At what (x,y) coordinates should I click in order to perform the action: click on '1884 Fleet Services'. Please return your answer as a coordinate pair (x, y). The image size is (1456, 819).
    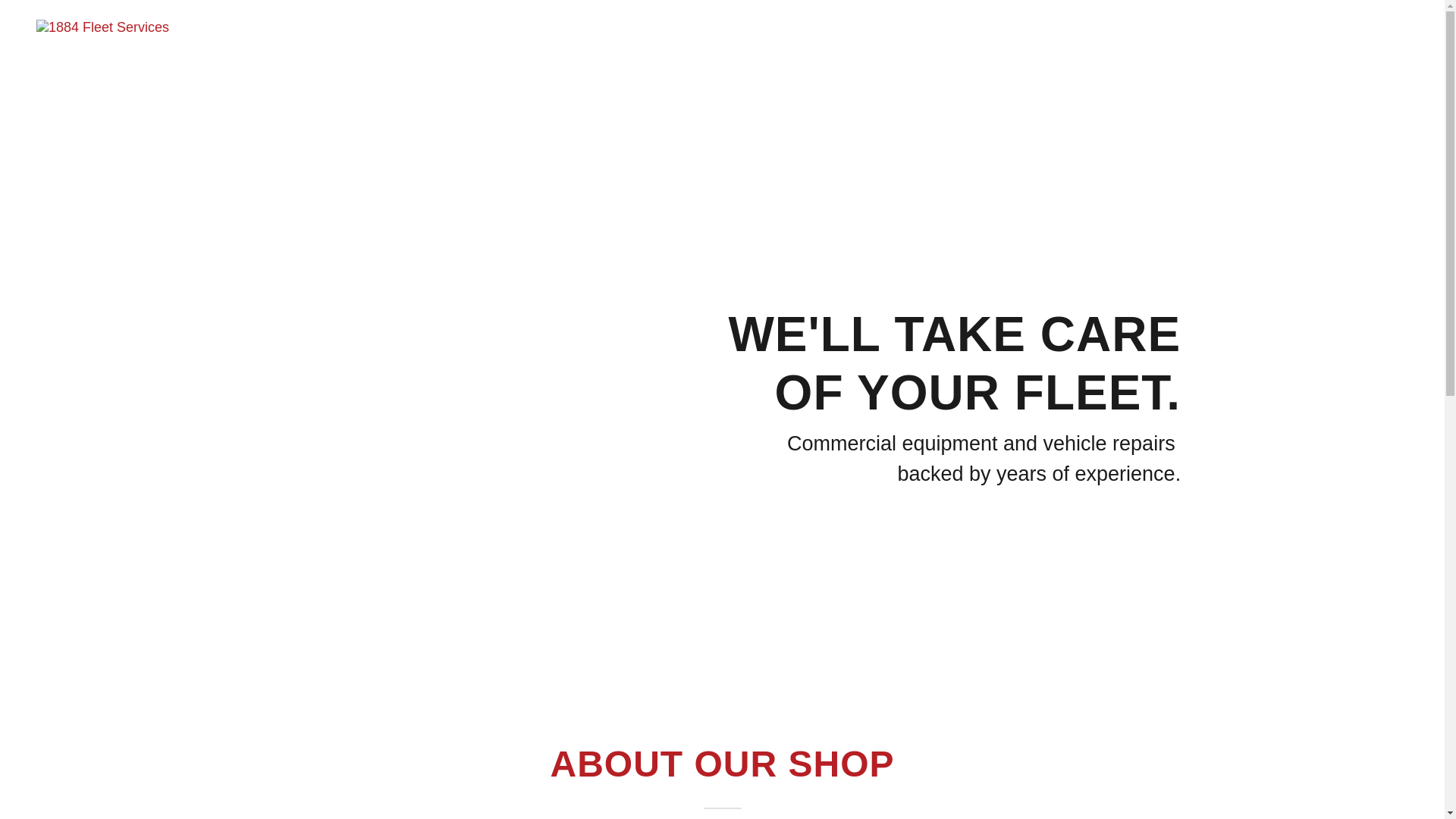
    Looking at the image, I should click on (36, 26).